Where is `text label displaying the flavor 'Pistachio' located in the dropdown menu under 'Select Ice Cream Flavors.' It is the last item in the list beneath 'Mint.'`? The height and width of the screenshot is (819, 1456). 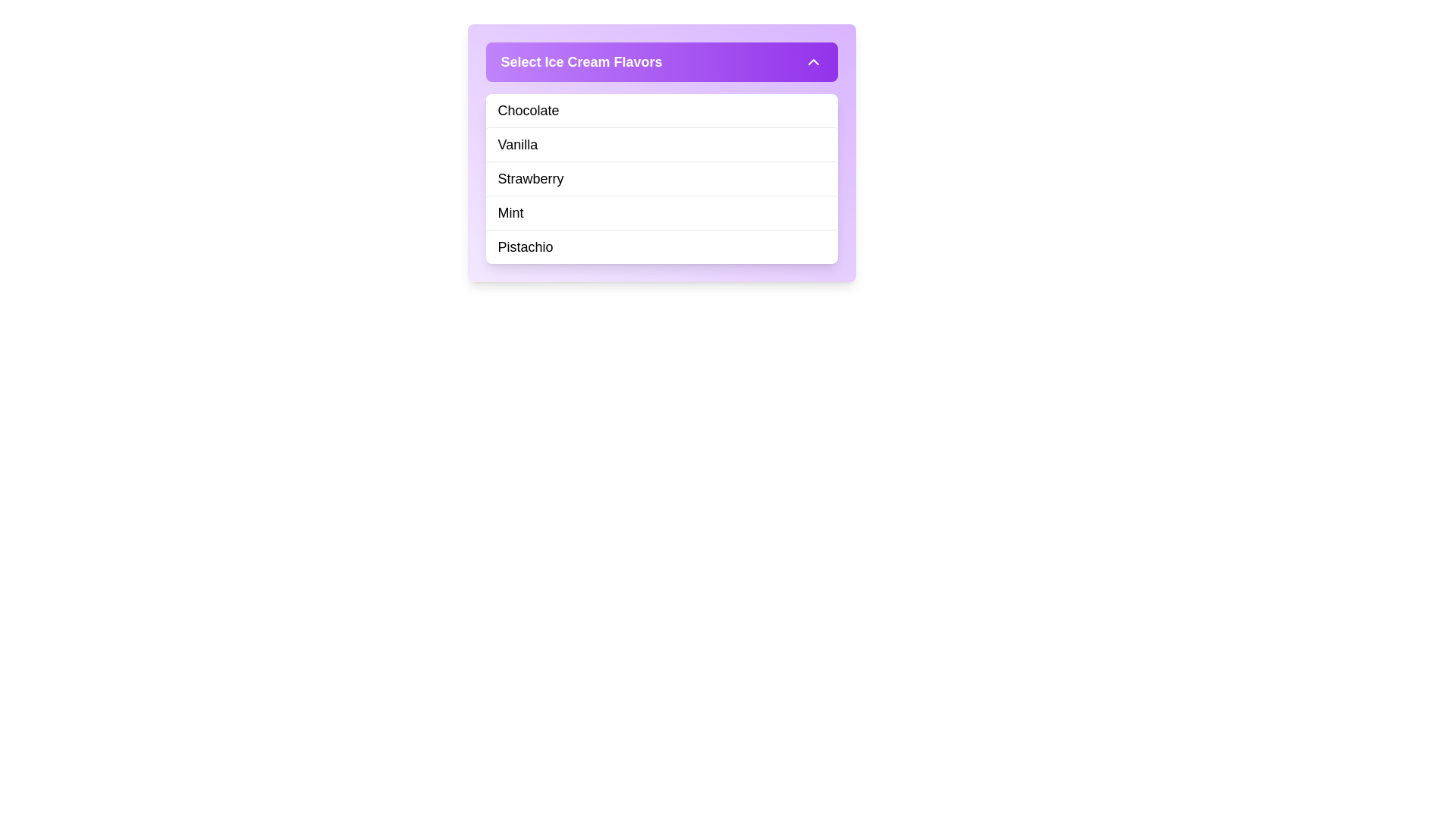
text label displaying the flavor 'Pistachio' located in the dropdown menu under 'Select Ice Cream Flavors.' It is the last item in the list beneath 'Mint.' is located at coordinates (525, 246).